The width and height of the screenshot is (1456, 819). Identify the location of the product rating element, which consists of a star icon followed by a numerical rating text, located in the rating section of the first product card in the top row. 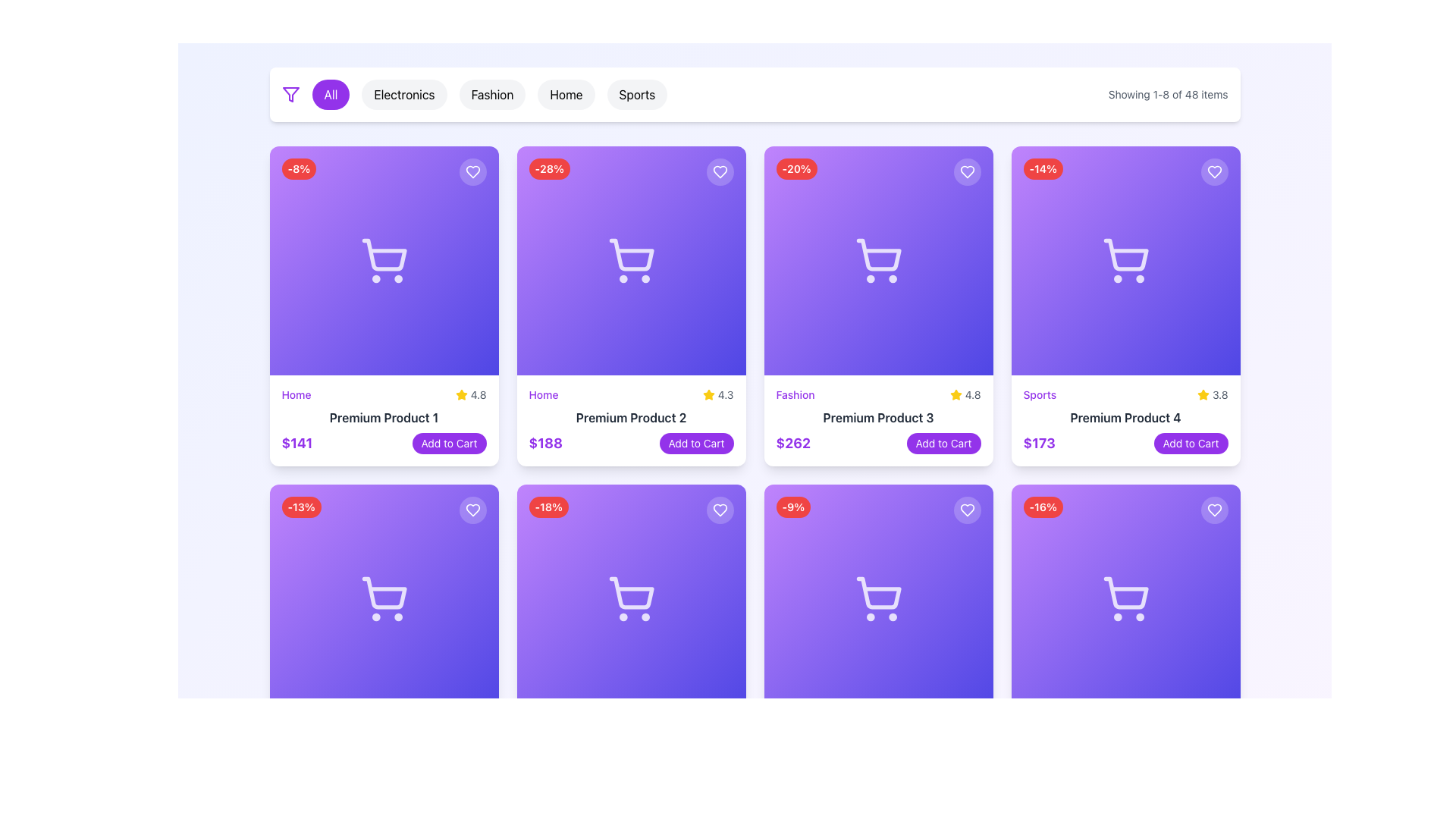
(470, 394).